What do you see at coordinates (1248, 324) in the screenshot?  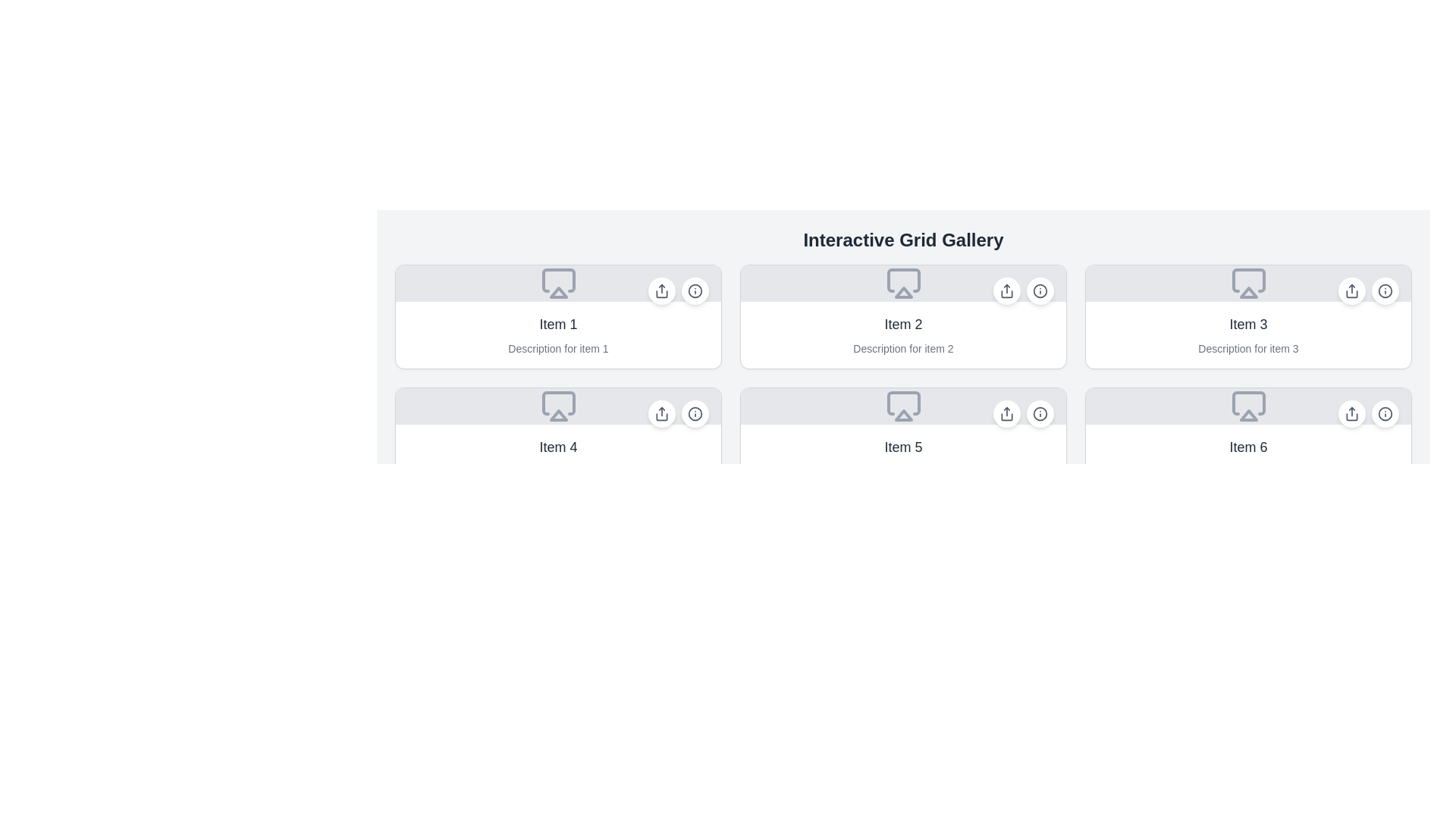 I see `the Text Label located in the rightmost column of the first row in the gallery grid, which serves as a title or identifier for the corresponding item` at bounding box center [1248, 324].